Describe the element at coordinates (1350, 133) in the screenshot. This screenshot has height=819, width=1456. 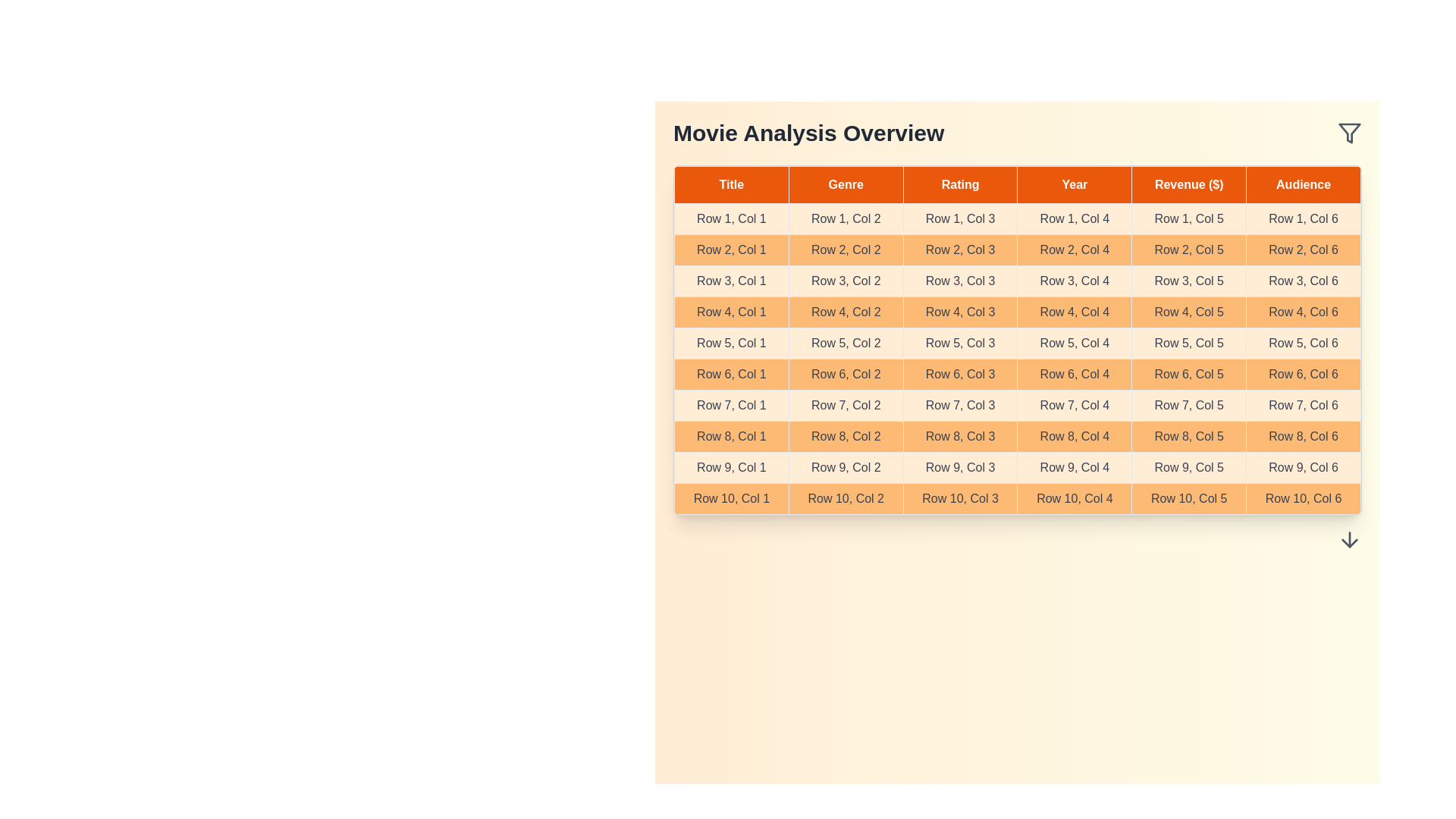
I see `the filter icon in the header of the MovieDataTable component` at that location.